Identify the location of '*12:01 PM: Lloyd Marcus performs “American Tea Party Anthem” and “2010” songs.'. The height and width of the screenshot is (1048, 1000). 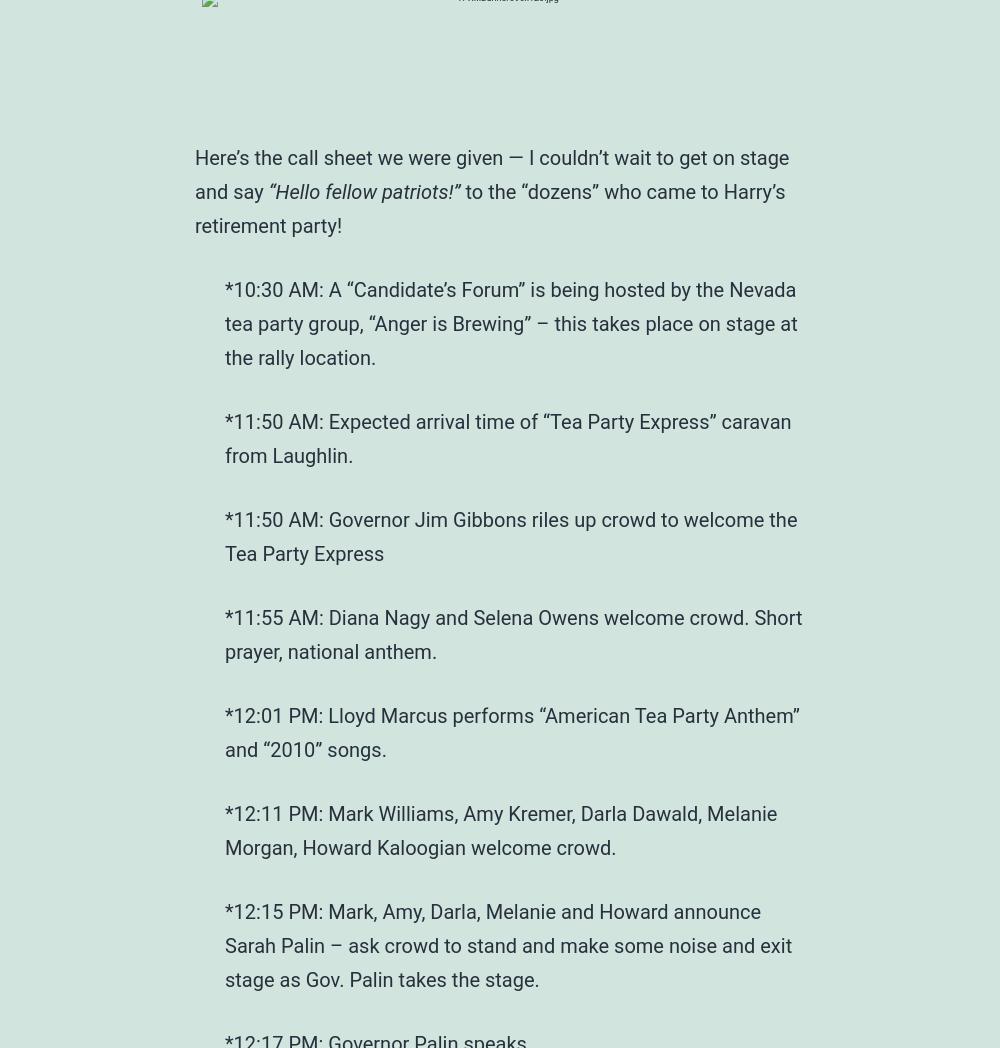
(512, 731).